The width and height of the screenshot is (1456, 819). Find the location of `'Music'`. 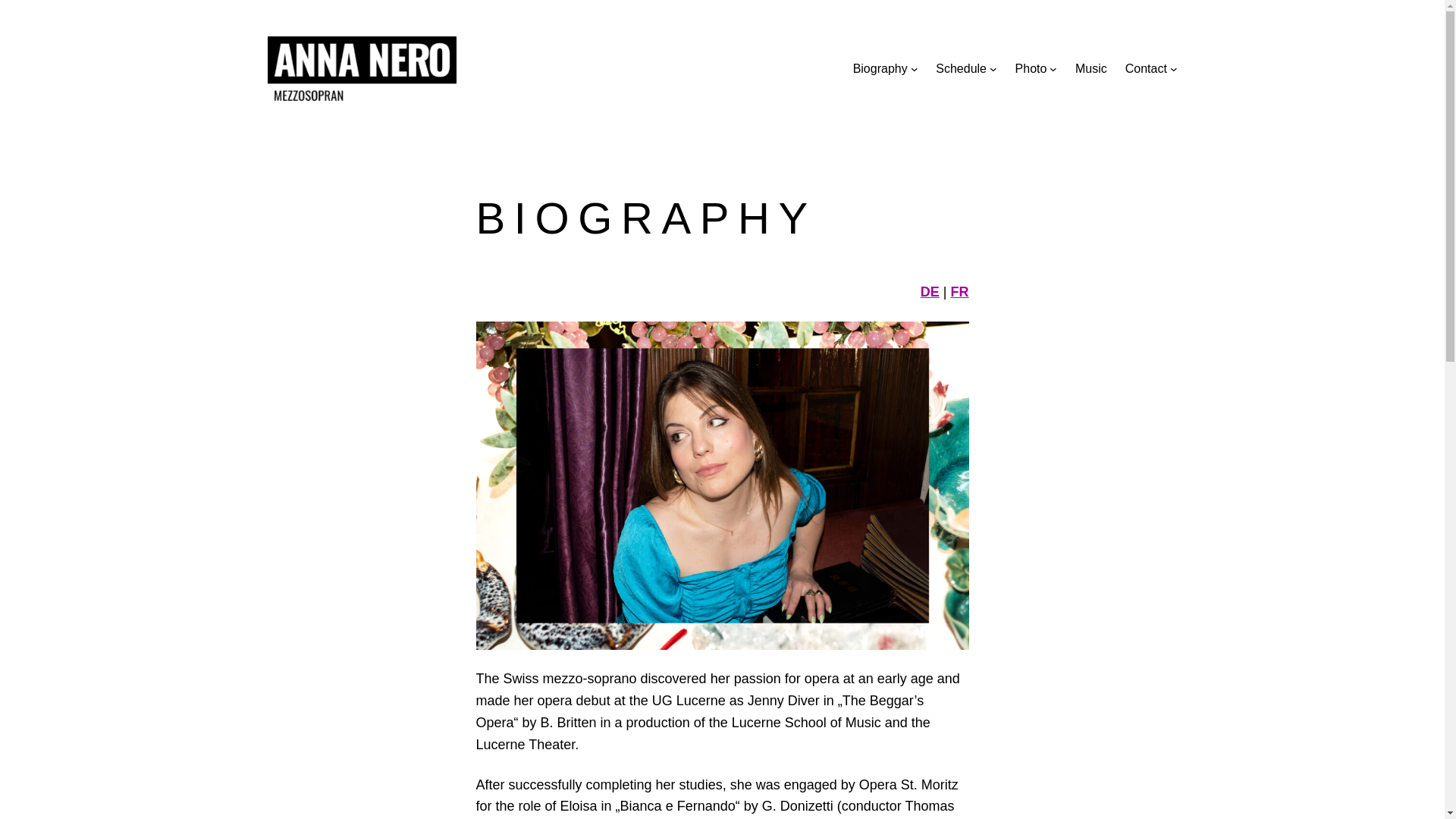

'Music' is located at coordinates (1074, 69).